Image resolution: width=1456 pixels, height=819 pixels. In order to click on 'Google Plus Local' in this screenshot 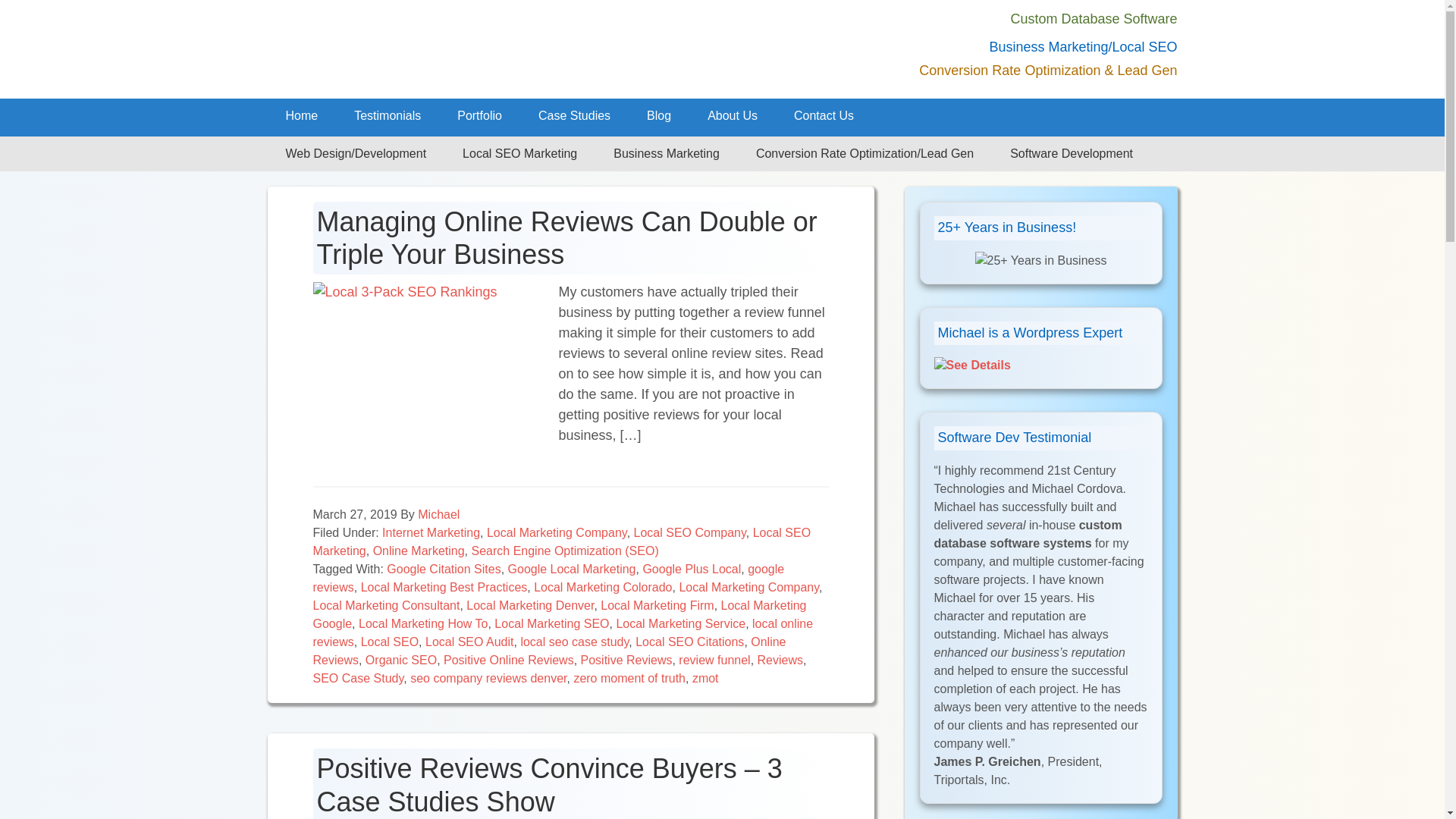, I will do `click(691, 569)`.